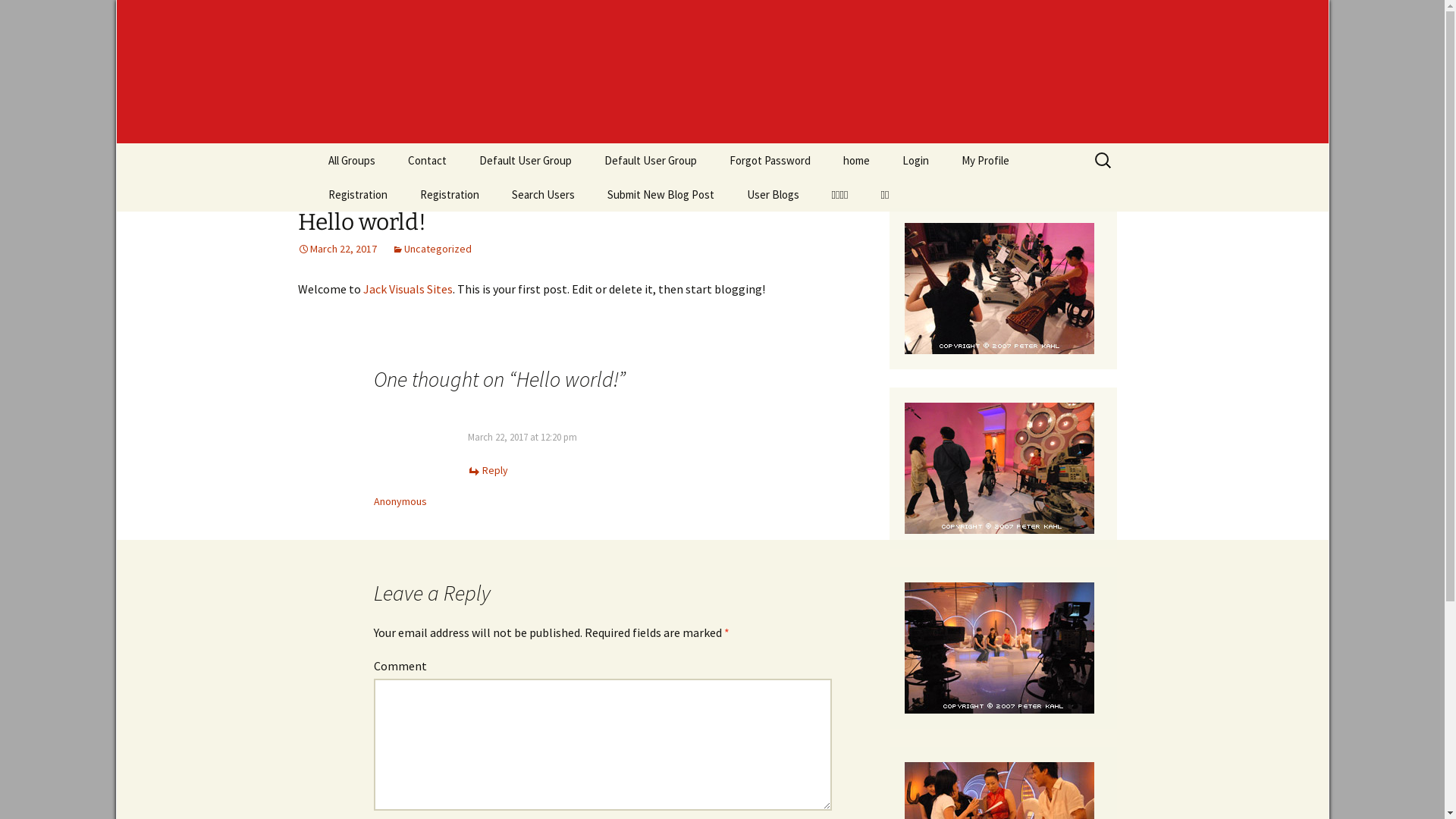 The image size is (1456, 819). I want to click on 'Jack Visuals Sites', so click(362, 289).